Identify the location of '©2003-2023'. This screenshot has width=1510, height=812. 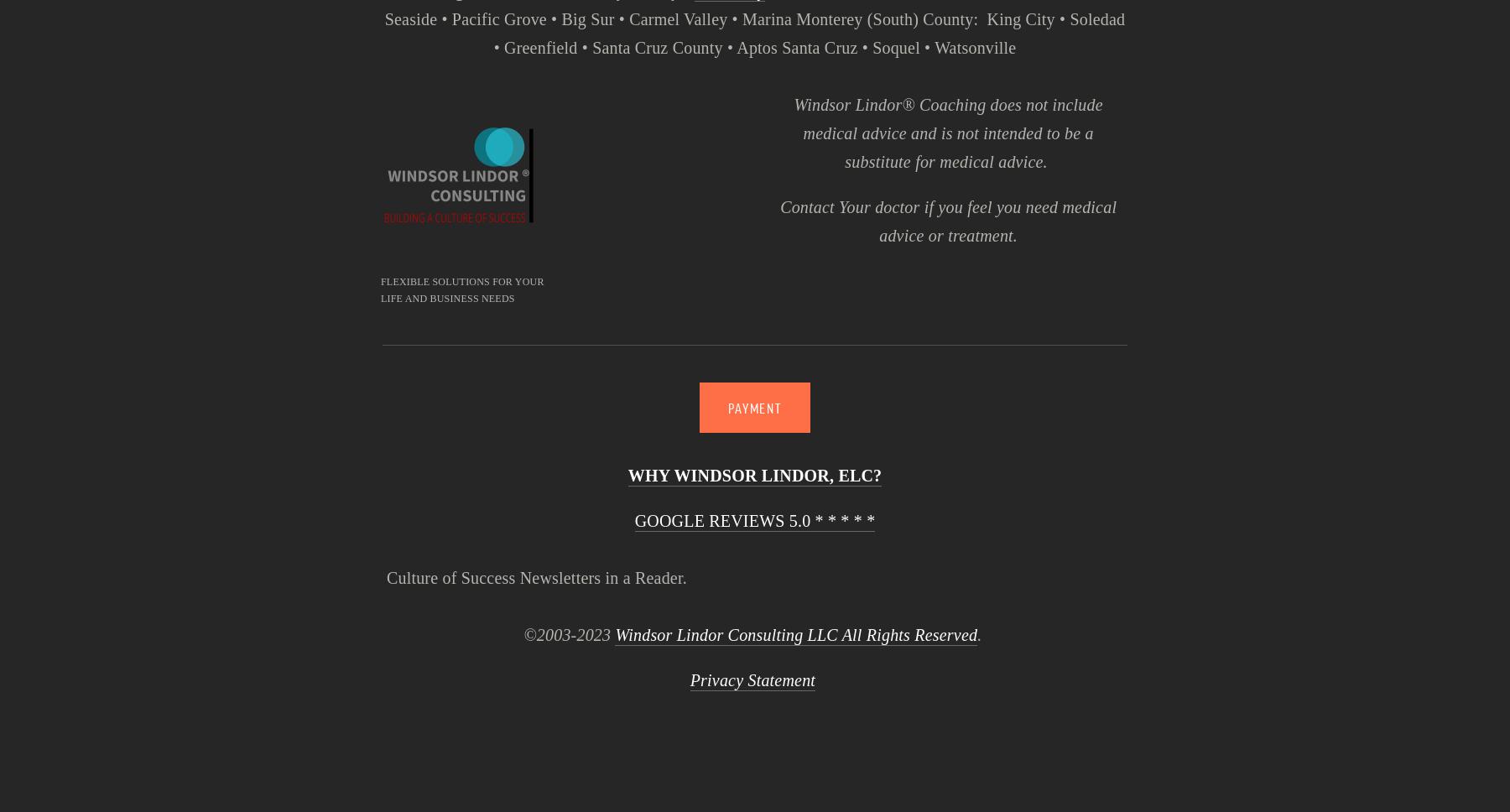
(568, 634).